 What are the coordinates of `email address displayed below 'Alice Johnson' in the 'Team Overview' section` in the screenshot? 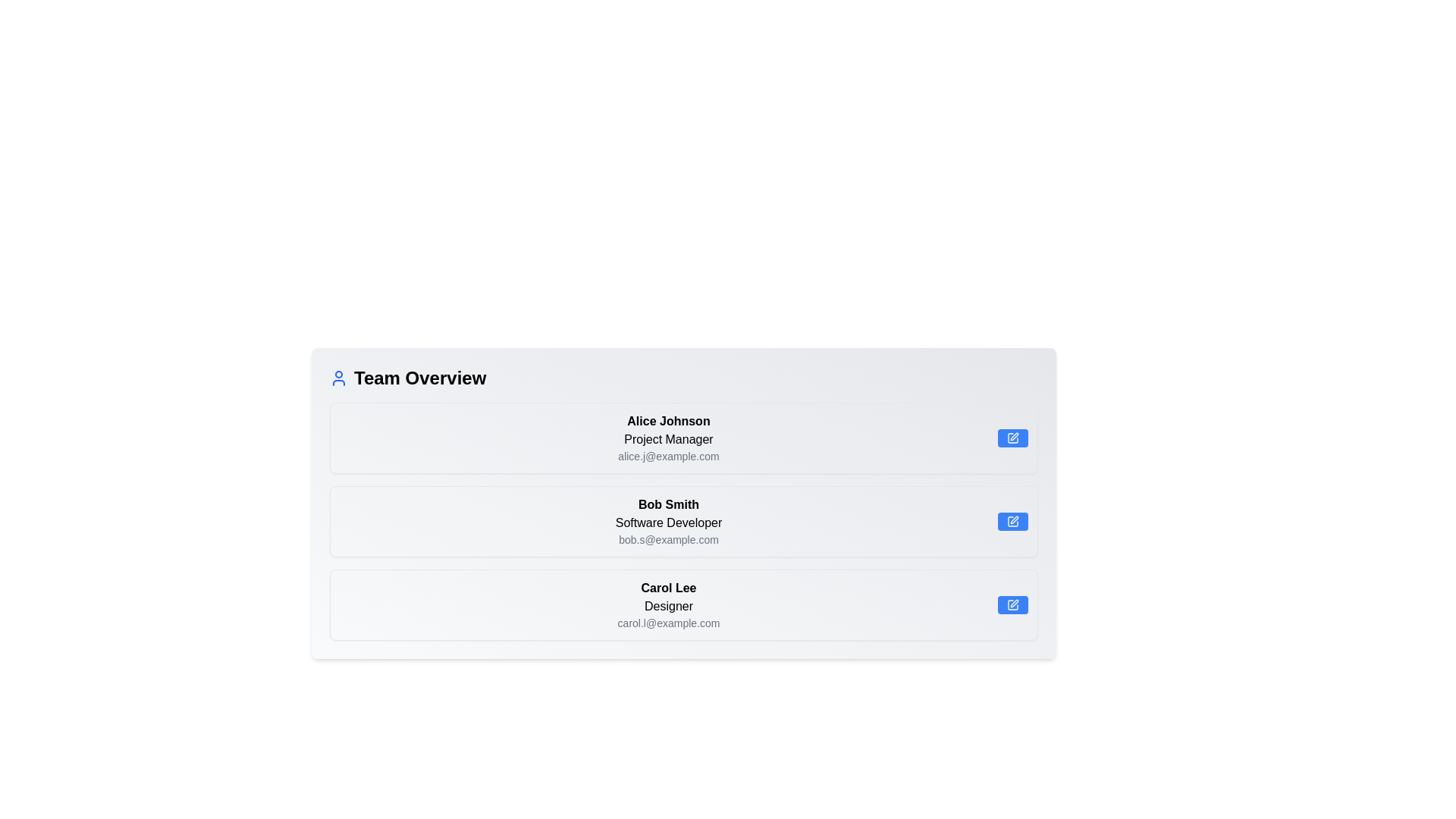 It's located at (668, 455).